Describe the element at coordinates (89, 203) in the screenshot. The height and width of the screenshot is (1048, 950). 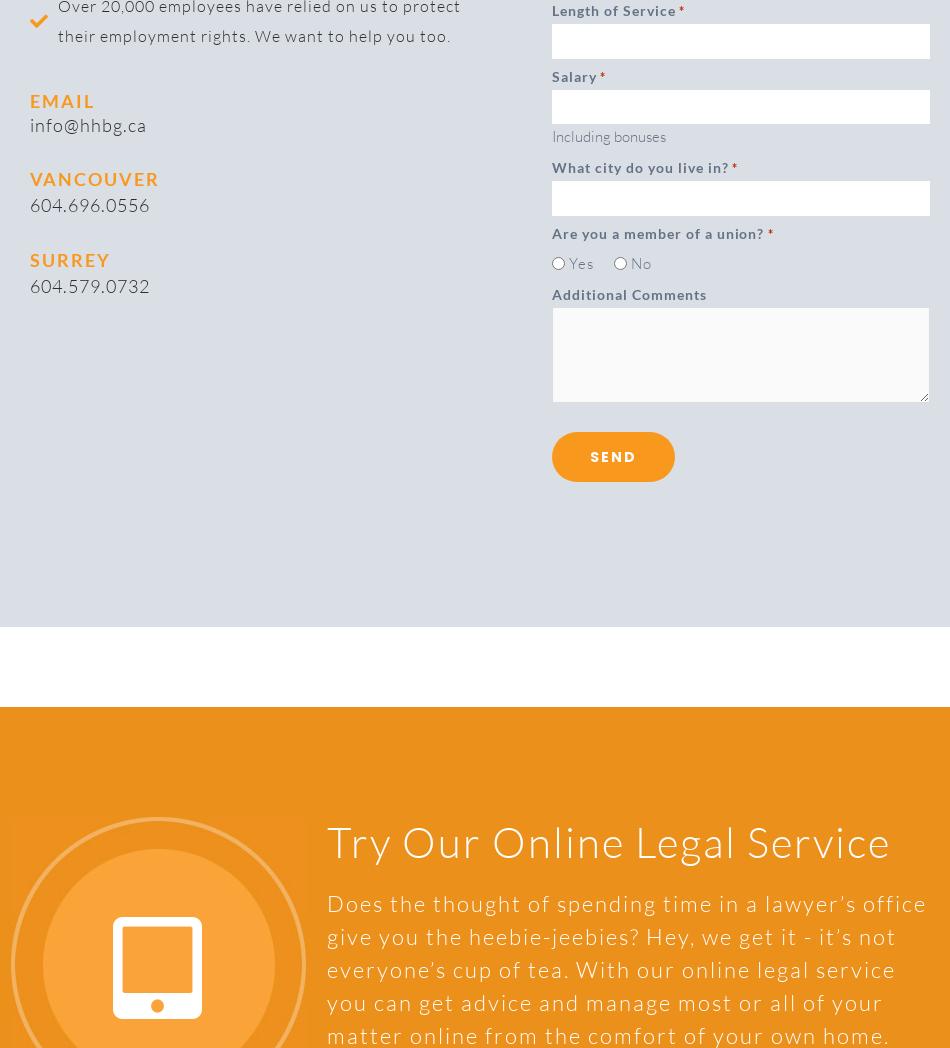
I see `'604.696.0556'` at that location.